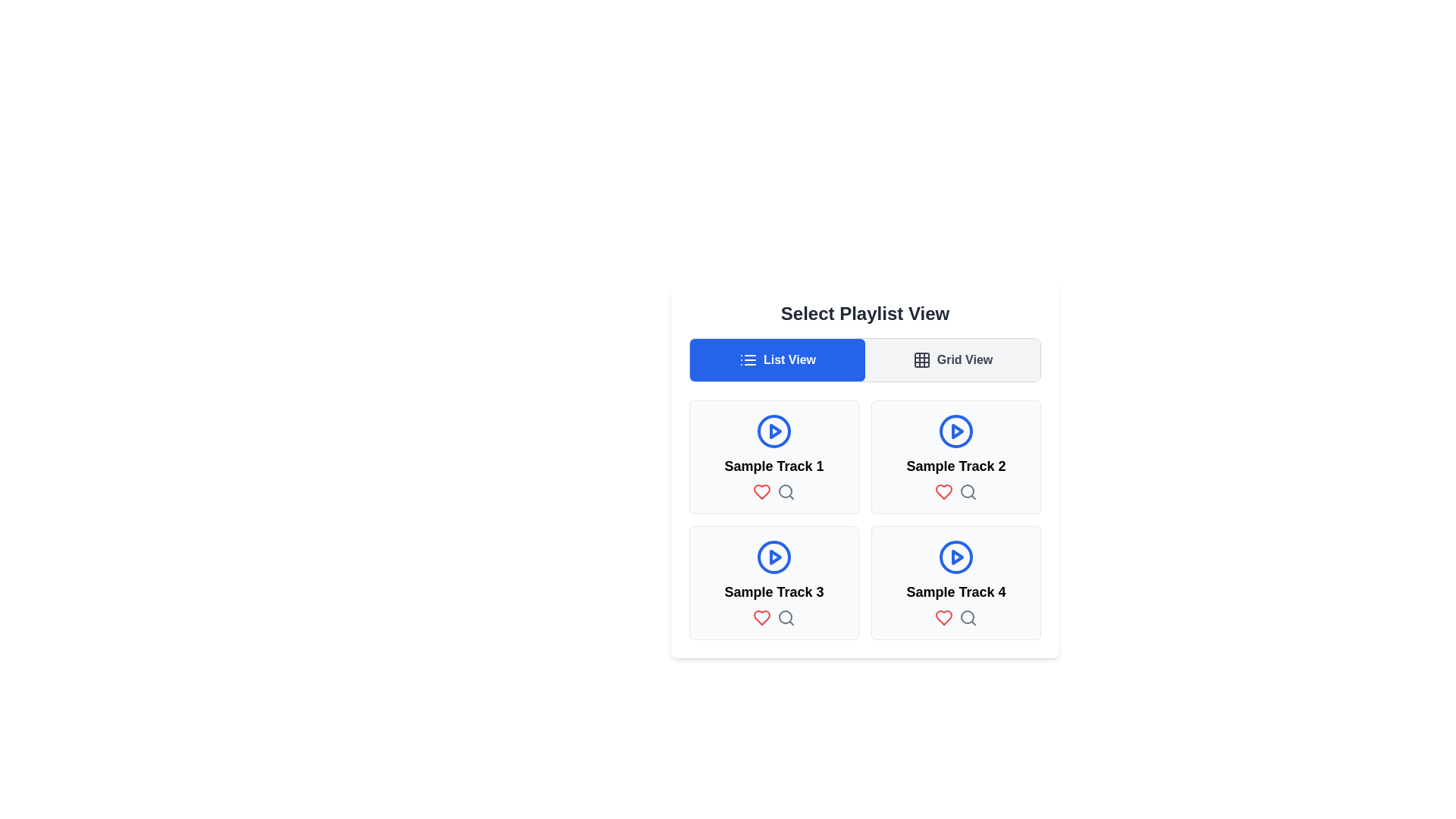 The image size is (1456, 819). What do you see at coordinates (761, 617) in the screenshot?
I see `the heart icon button styled in red located directly beneath 'Sample Track 3' to favorite the track` at bounding box center [761, 617].